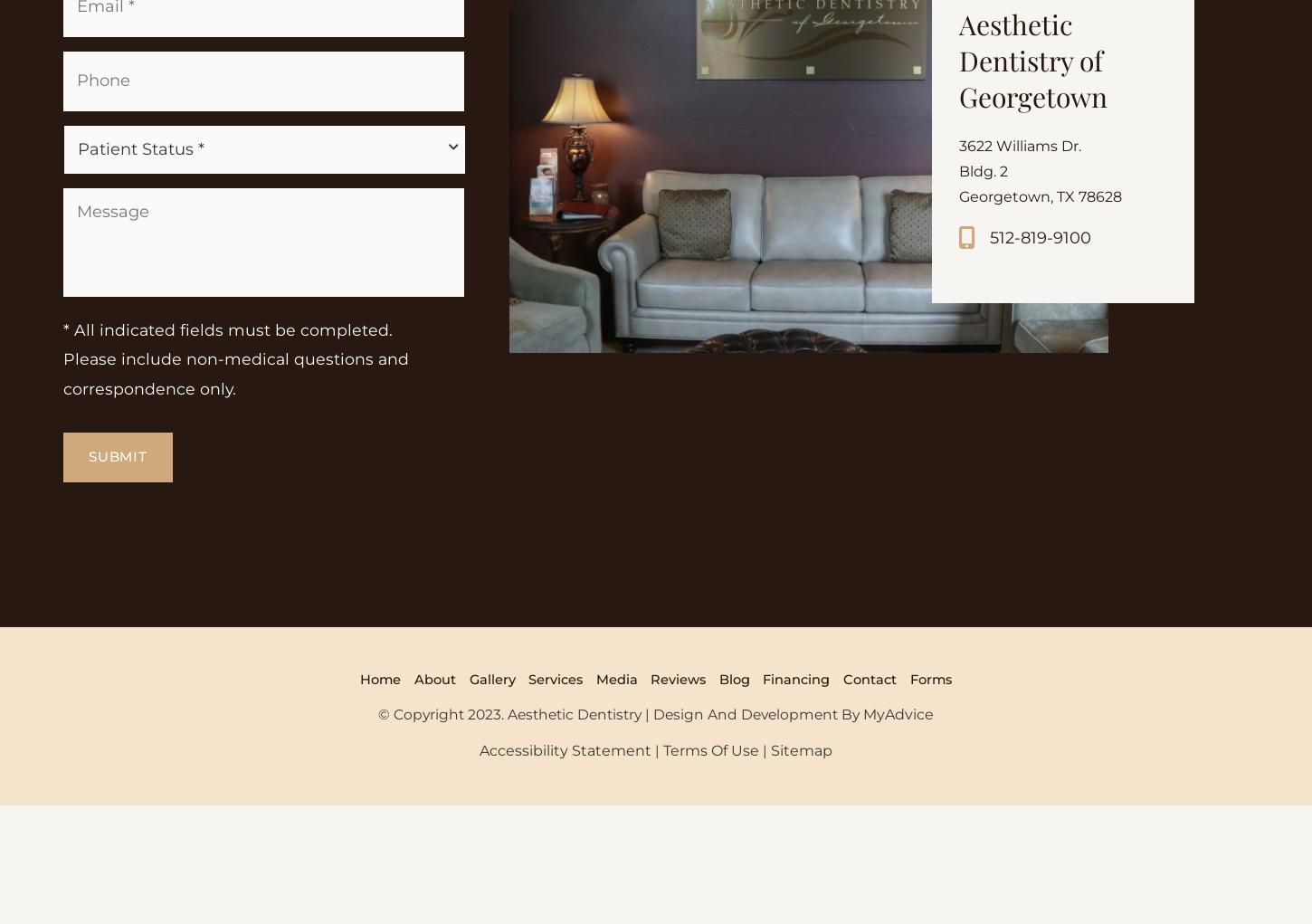  Describe the element at coordinates (1048, 327) in the screenshot. I see `'Georgetown, TX 78628'` at that location.